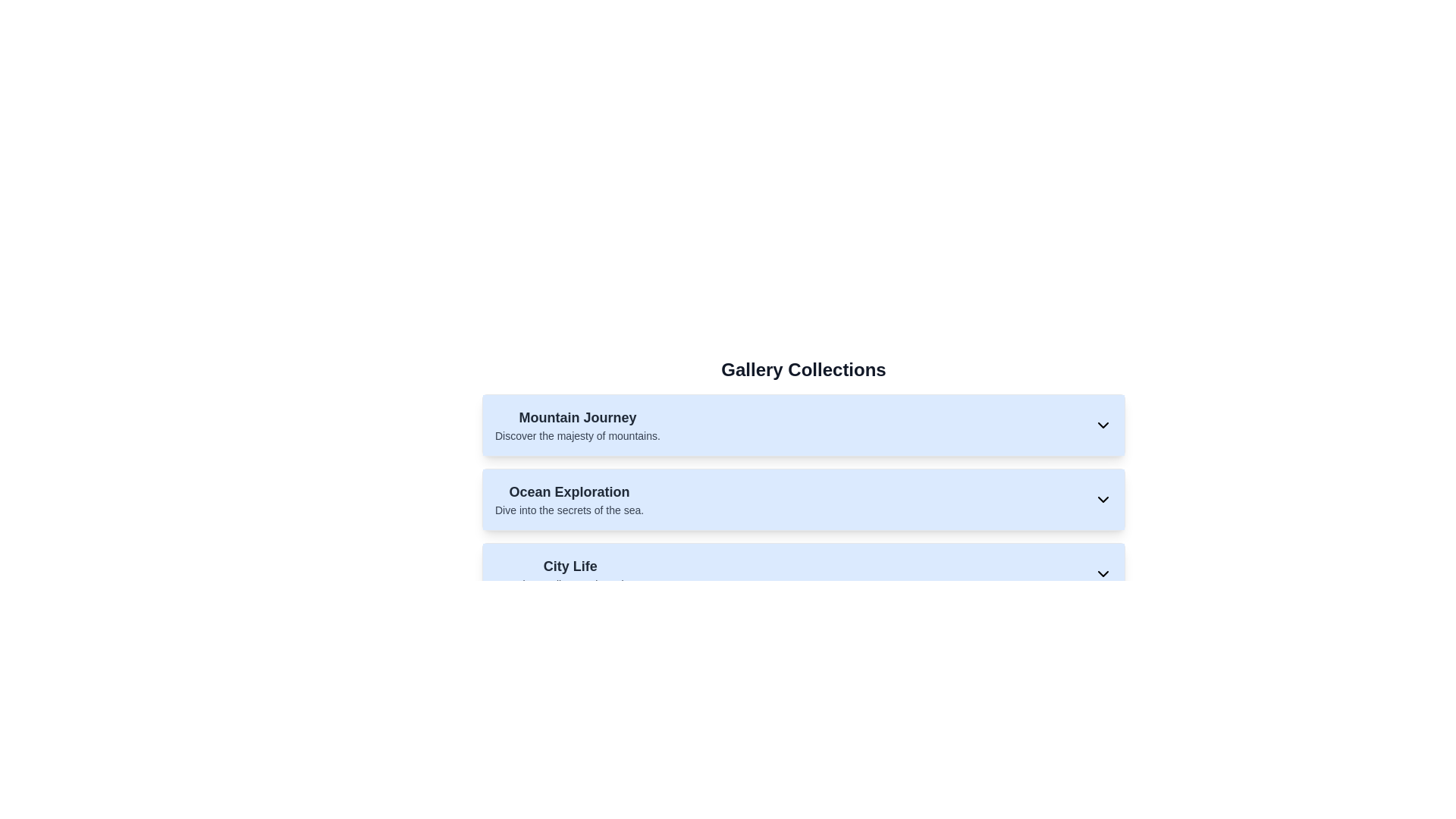  What do you see at coordinates (803, 488) in the screenshot?
I see `to select the 'Ocean Exploration' navigation item in the Gallery Collections list, located directly below 'Mountain Journey' and above 'City Life'` at bounding box center [803, 488].